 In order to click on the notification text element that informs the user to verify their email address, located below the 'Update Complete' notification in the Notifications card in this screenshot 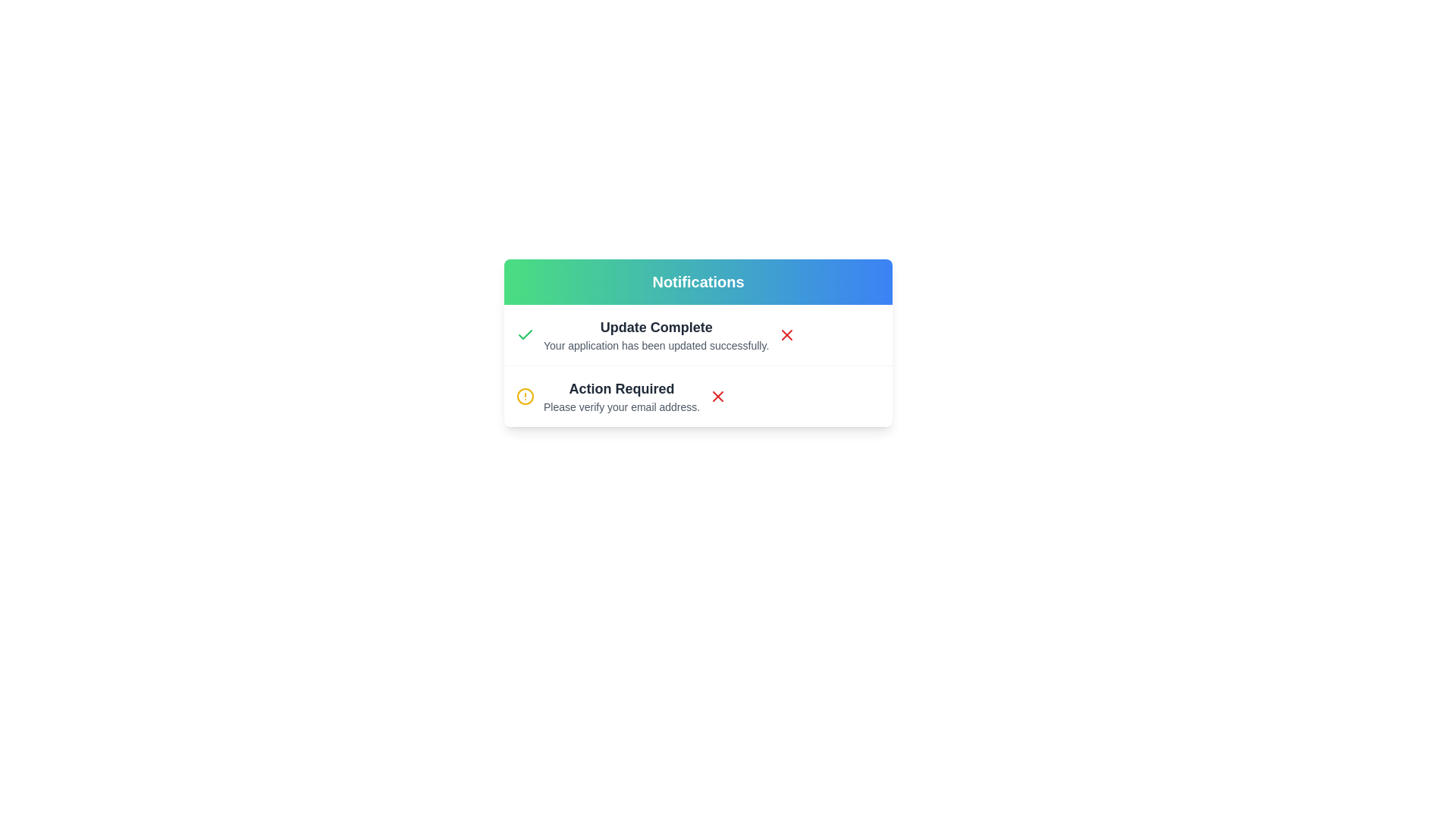, I will do `click(608, 396)`.